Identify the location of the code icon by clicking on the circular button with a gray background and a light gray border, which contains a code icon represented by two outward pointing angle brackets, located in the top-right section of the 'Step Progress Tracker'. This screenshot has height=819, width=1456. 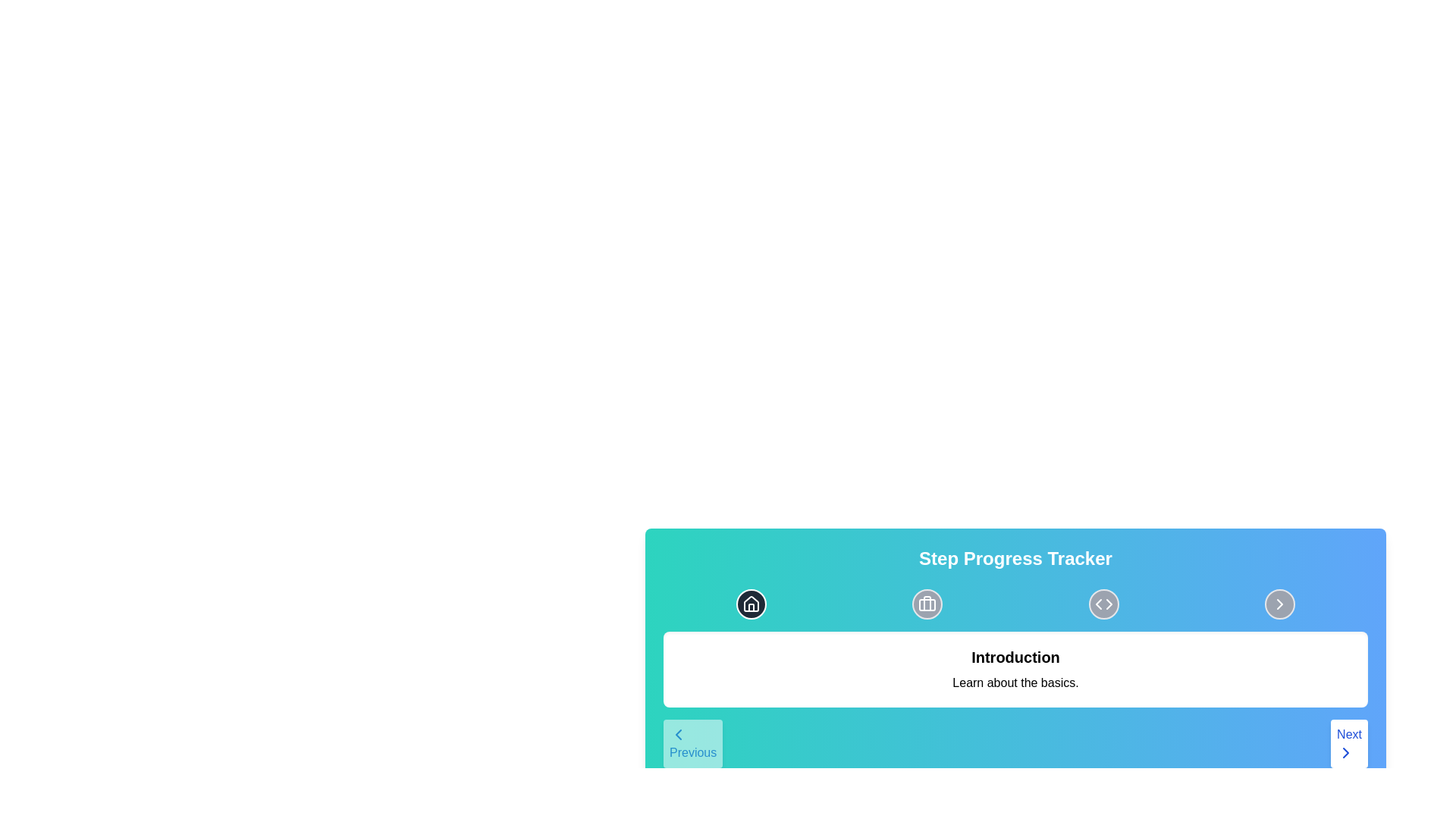
(1103, 604).